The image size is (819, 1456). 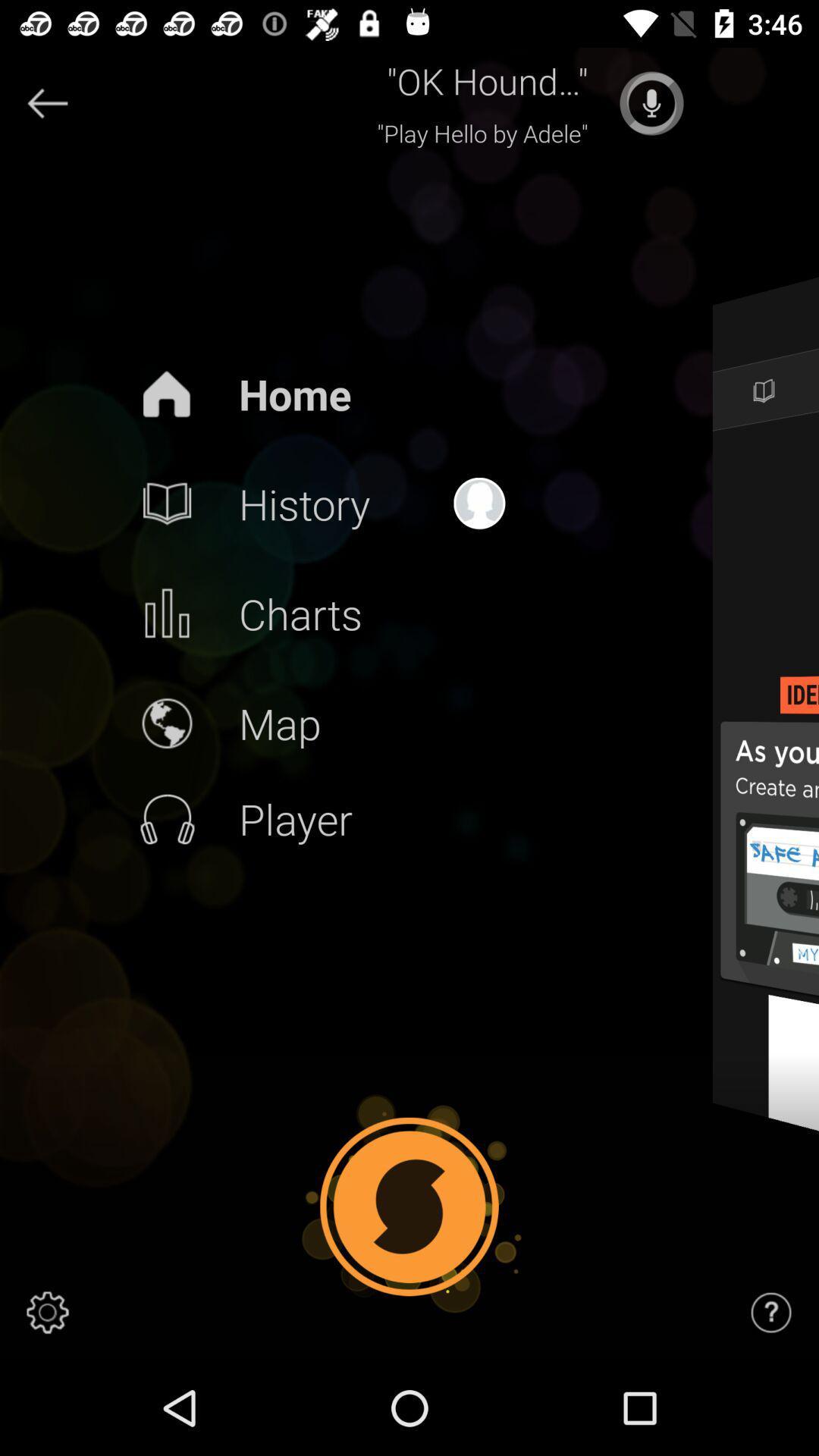 What do you see at coordinates (771, 1312) in the screenshot?
I see `the help icon` at bounding box center [771, 1312].